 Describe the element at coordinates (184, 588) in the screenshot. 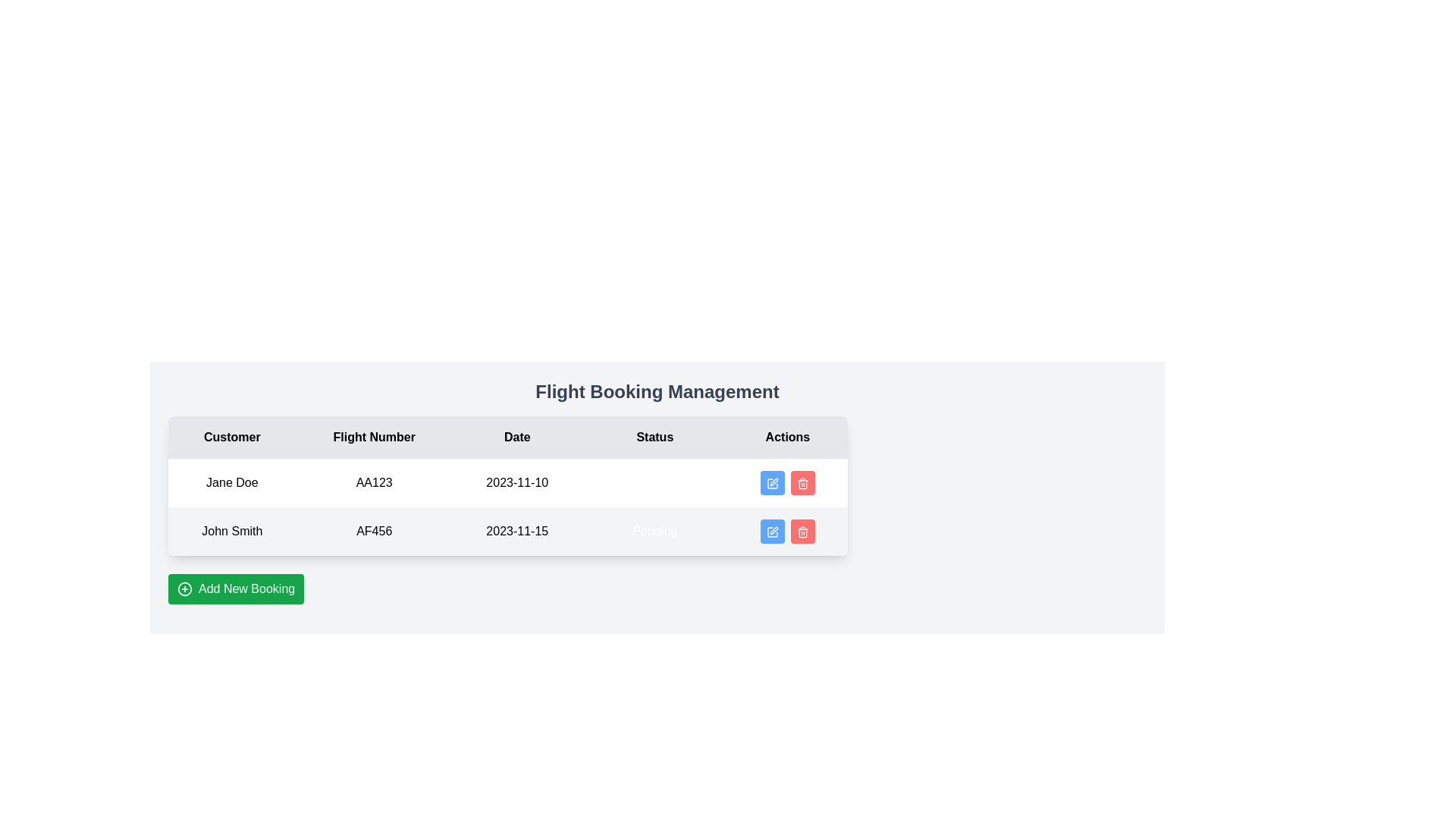

I see `the decorative circle element located to the left of the 'Add New Booking' button, which symbolizes an action of adding or creating something new` at that location.